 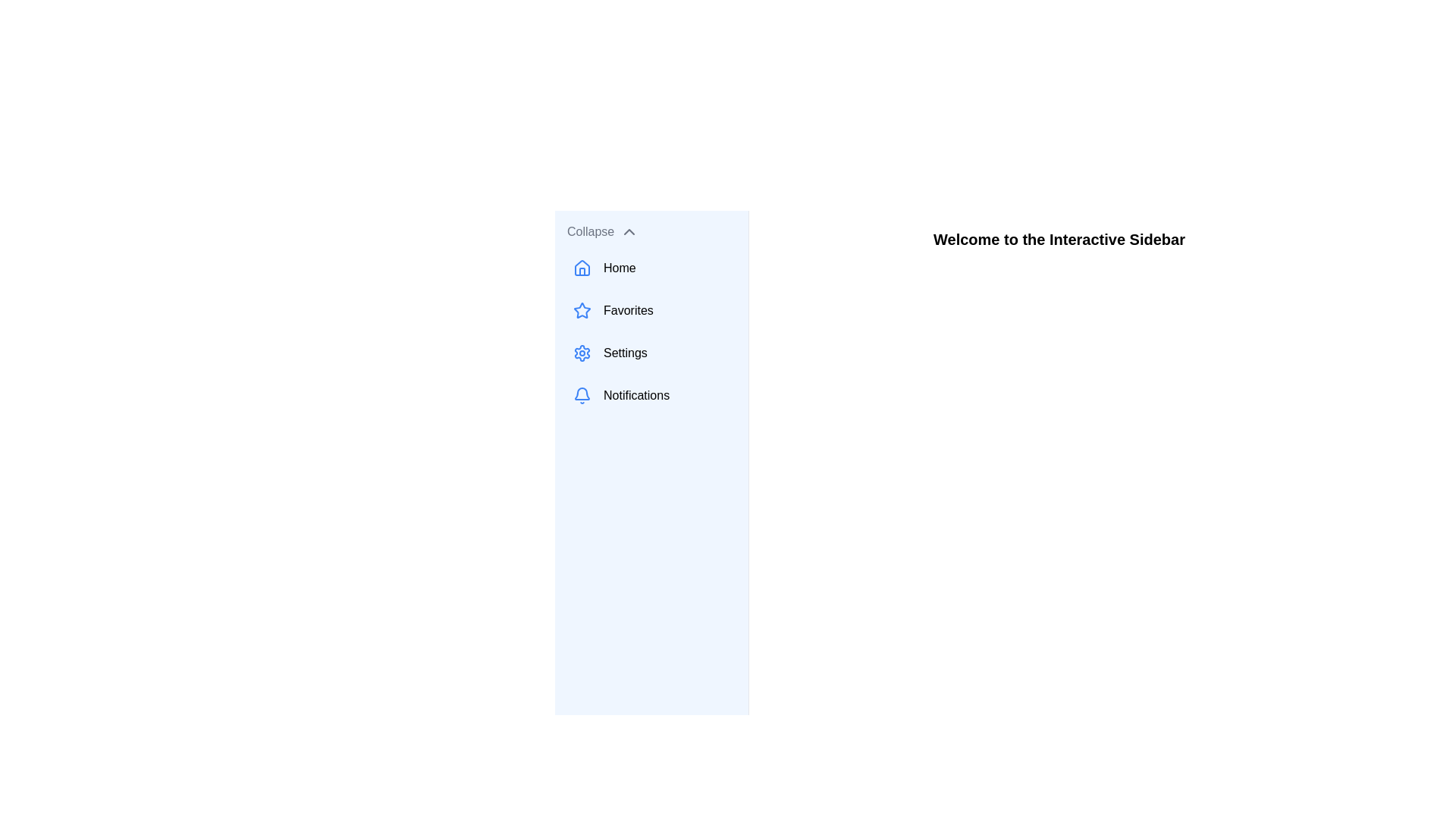 What do you see at coordinates (582, 267) in the screenshot?
I see `the house icon located in the topmost menu item labeled 'Home' in the left sidebar` at bounding box center [582, 267].